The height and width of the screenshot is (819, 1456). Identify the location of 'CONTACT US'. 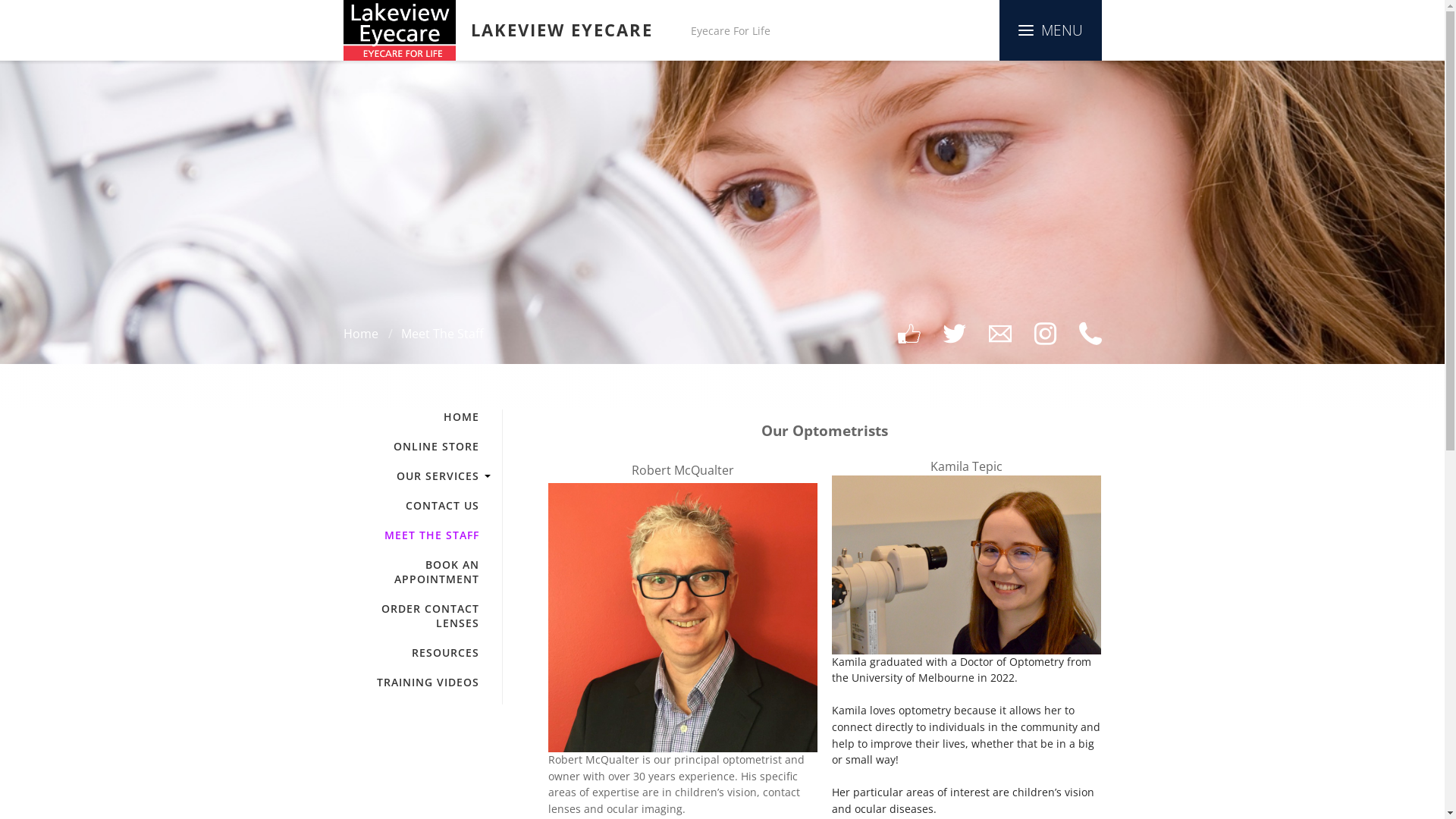
(410, 505).